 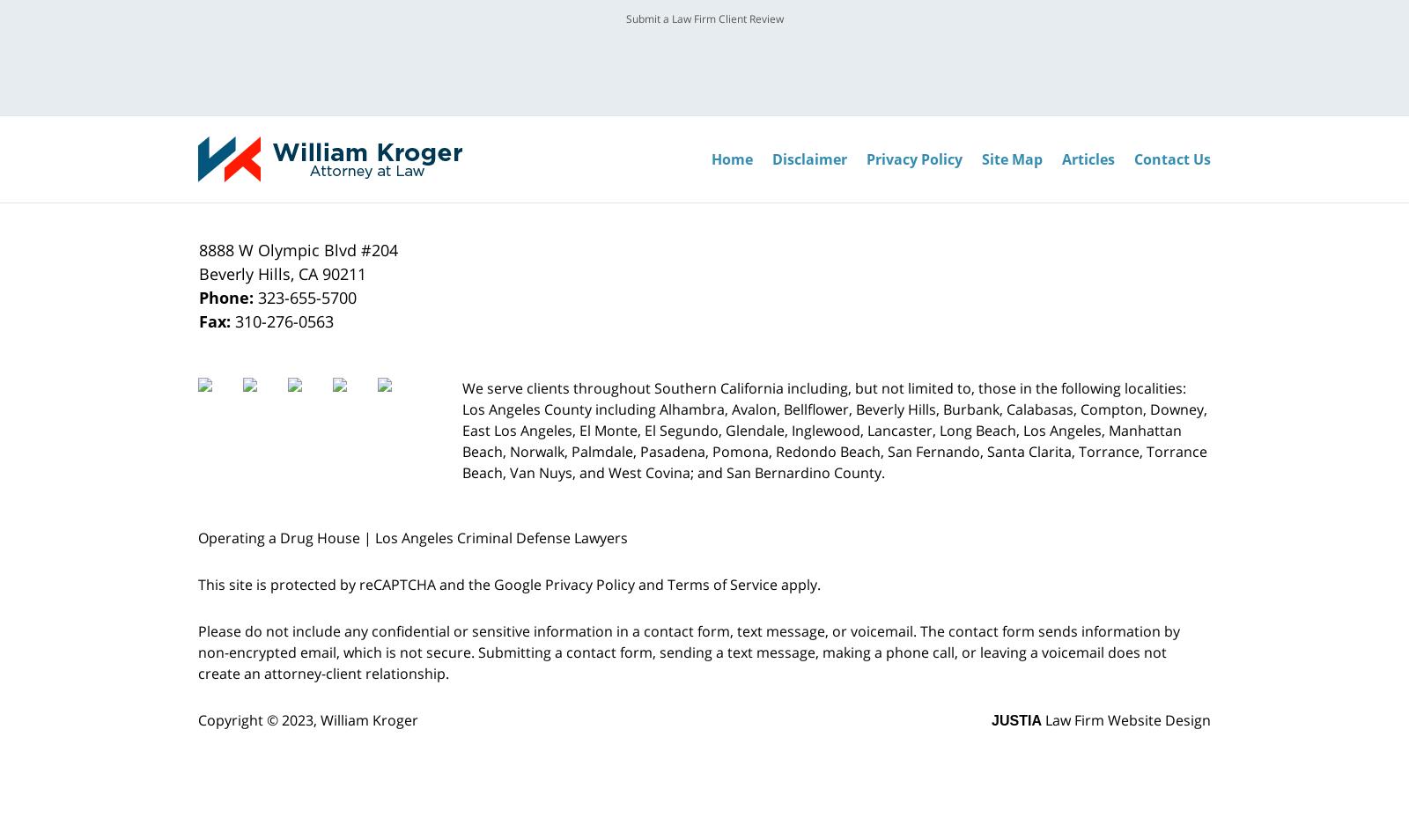 What do you see at coordinates (1171, 158) in the screenshot?
I see `'Contact Us'` at bounding box center [1171, 158].